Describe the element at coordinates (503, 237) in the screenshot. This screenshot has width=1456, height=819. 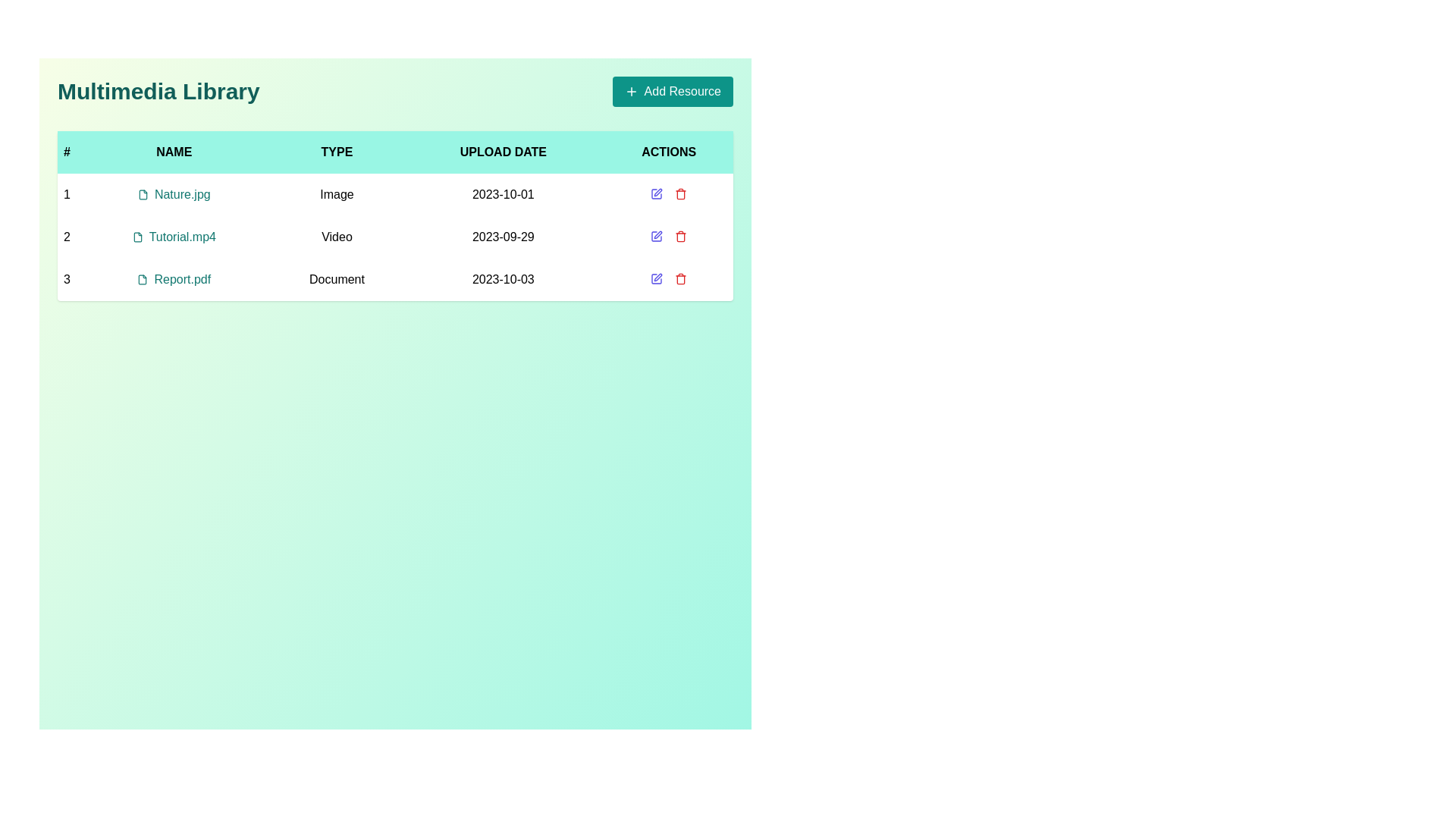
I see `date displayed as '2023-09-29' in the second row of the table under the 'UPLOAD DATE' column, aligned with the 'Tutorial.mp4' entry` at that location.